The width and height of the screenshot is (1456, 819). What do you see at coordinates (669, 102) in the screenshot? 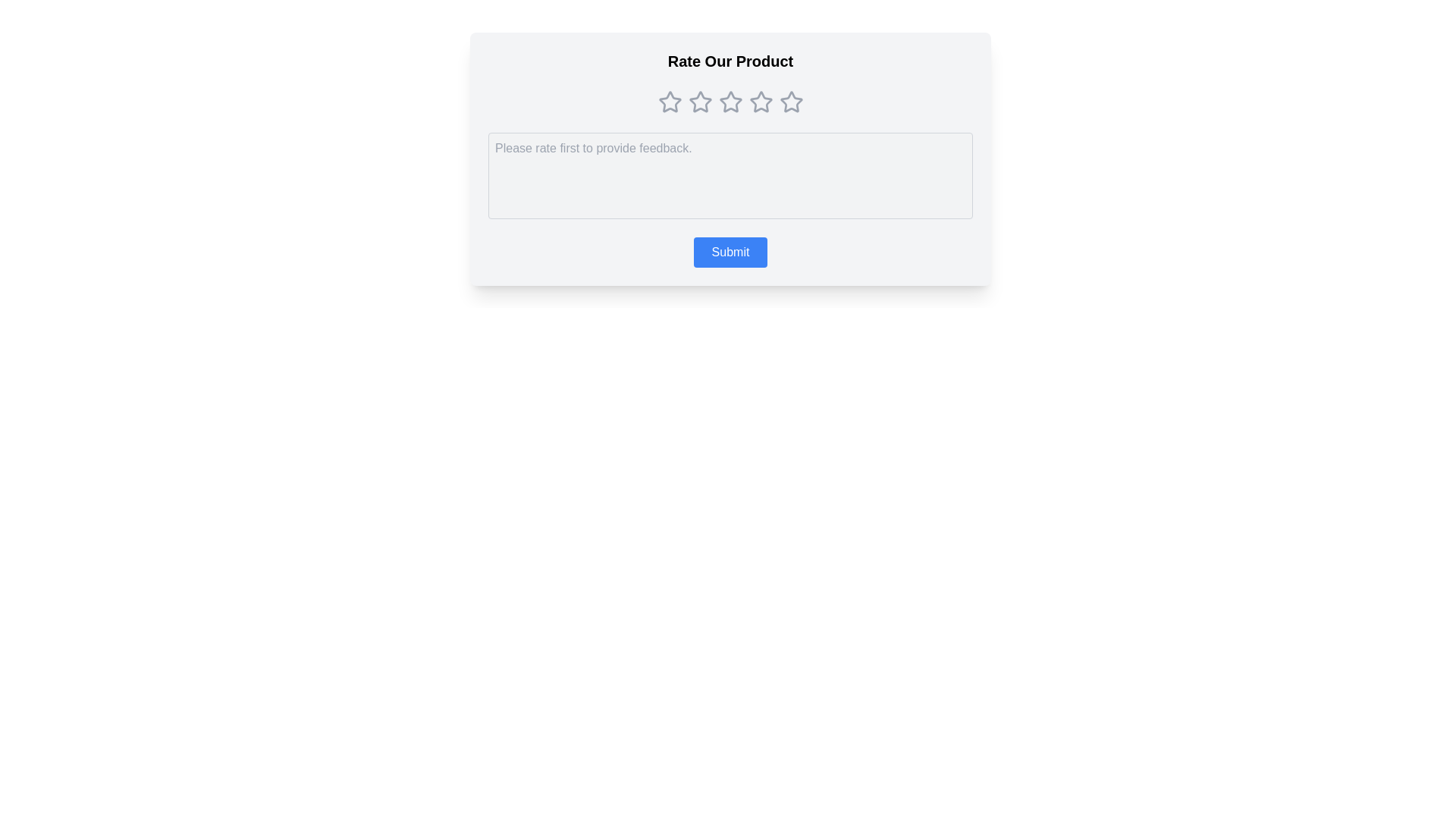
I see `the first gray star-shaped Rating icon located under the 'Rate Our Product' text` at bounding box center [669, 102].